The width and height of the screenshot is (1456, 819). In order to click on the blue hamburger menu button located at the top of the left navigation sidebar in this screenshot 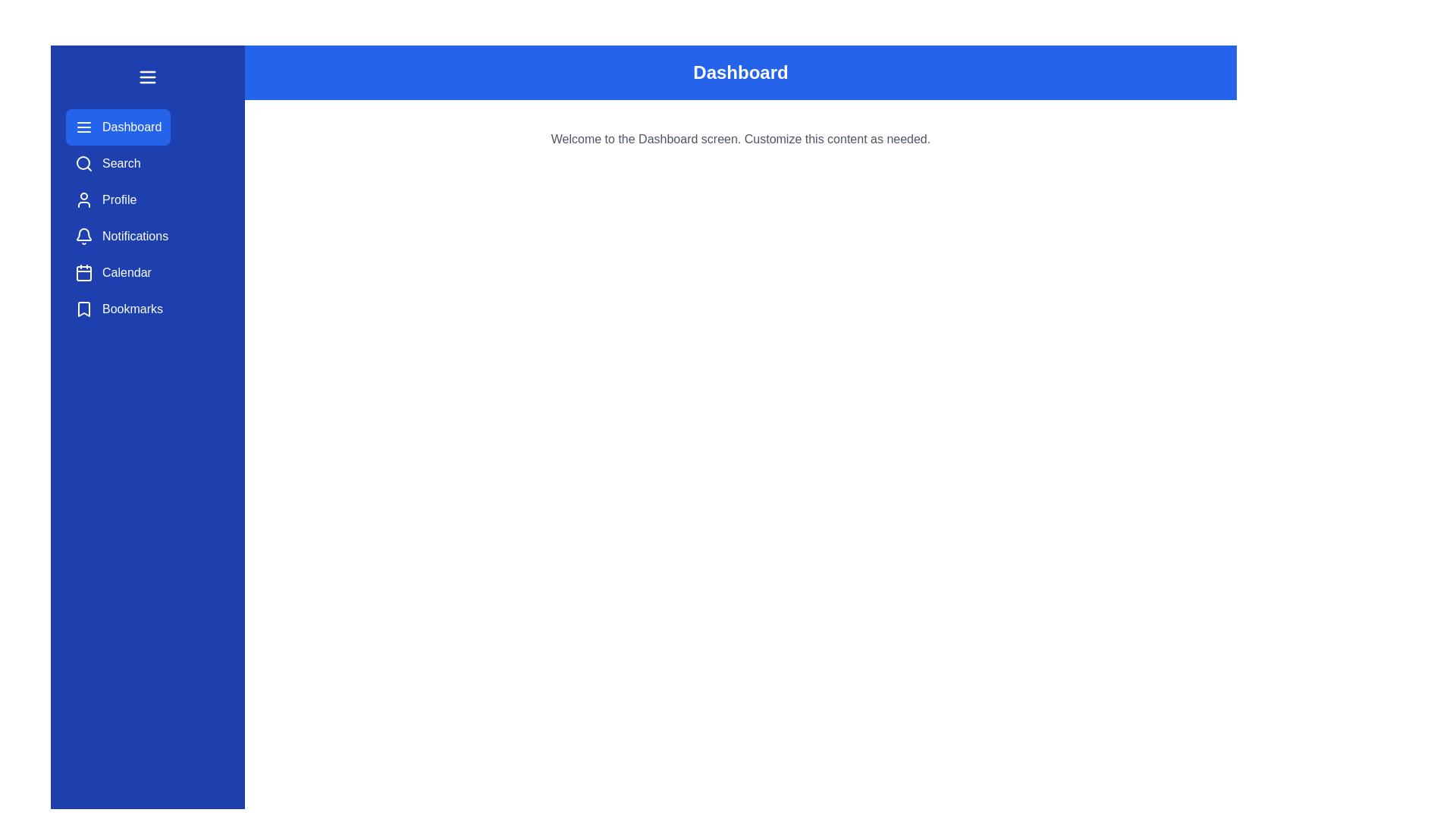, I will do `click(148, 77)`.